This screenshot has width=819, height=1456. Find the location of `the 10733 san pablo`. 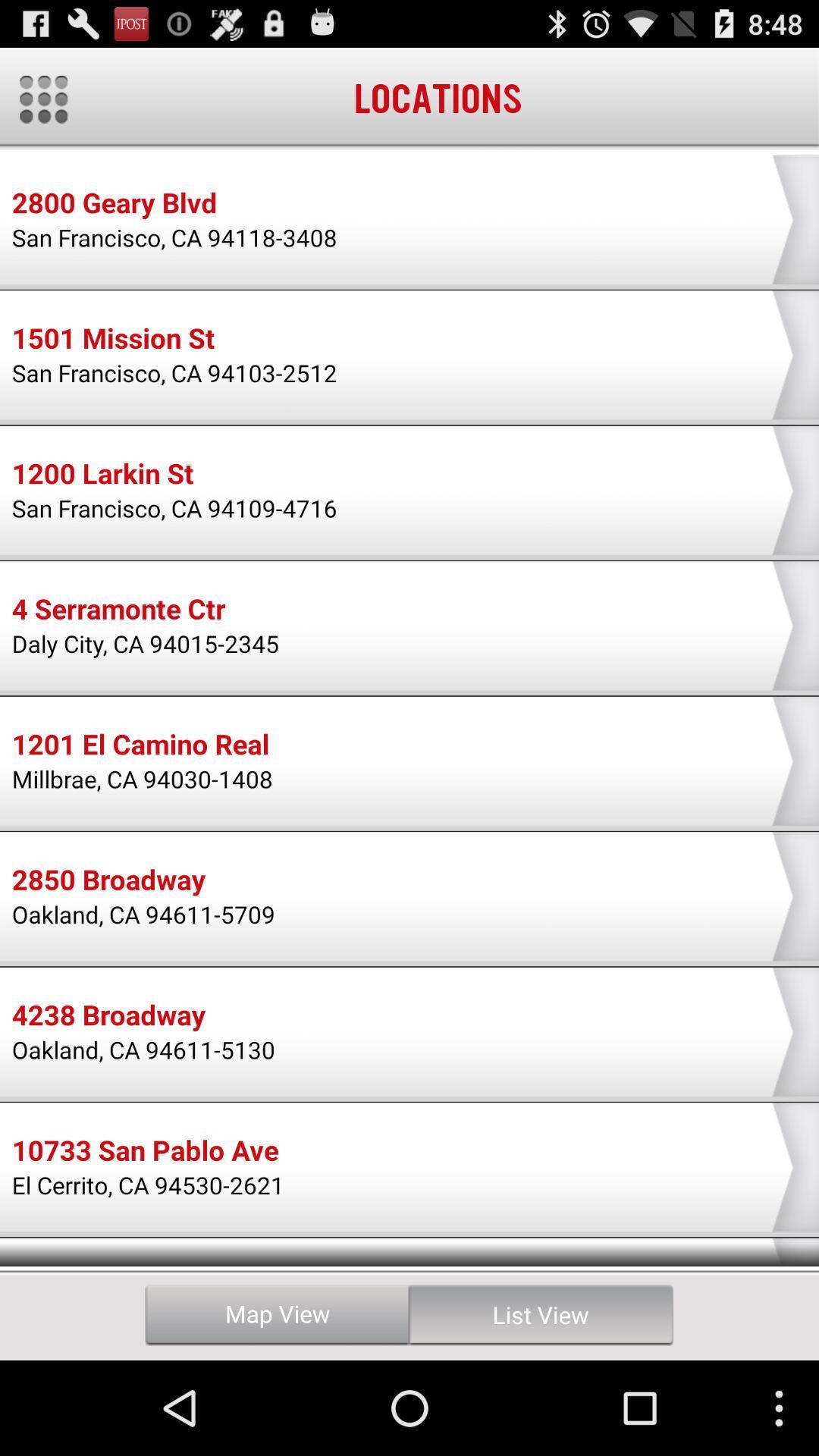

the 10733 san pablo is located at coordinates (145, 1153).